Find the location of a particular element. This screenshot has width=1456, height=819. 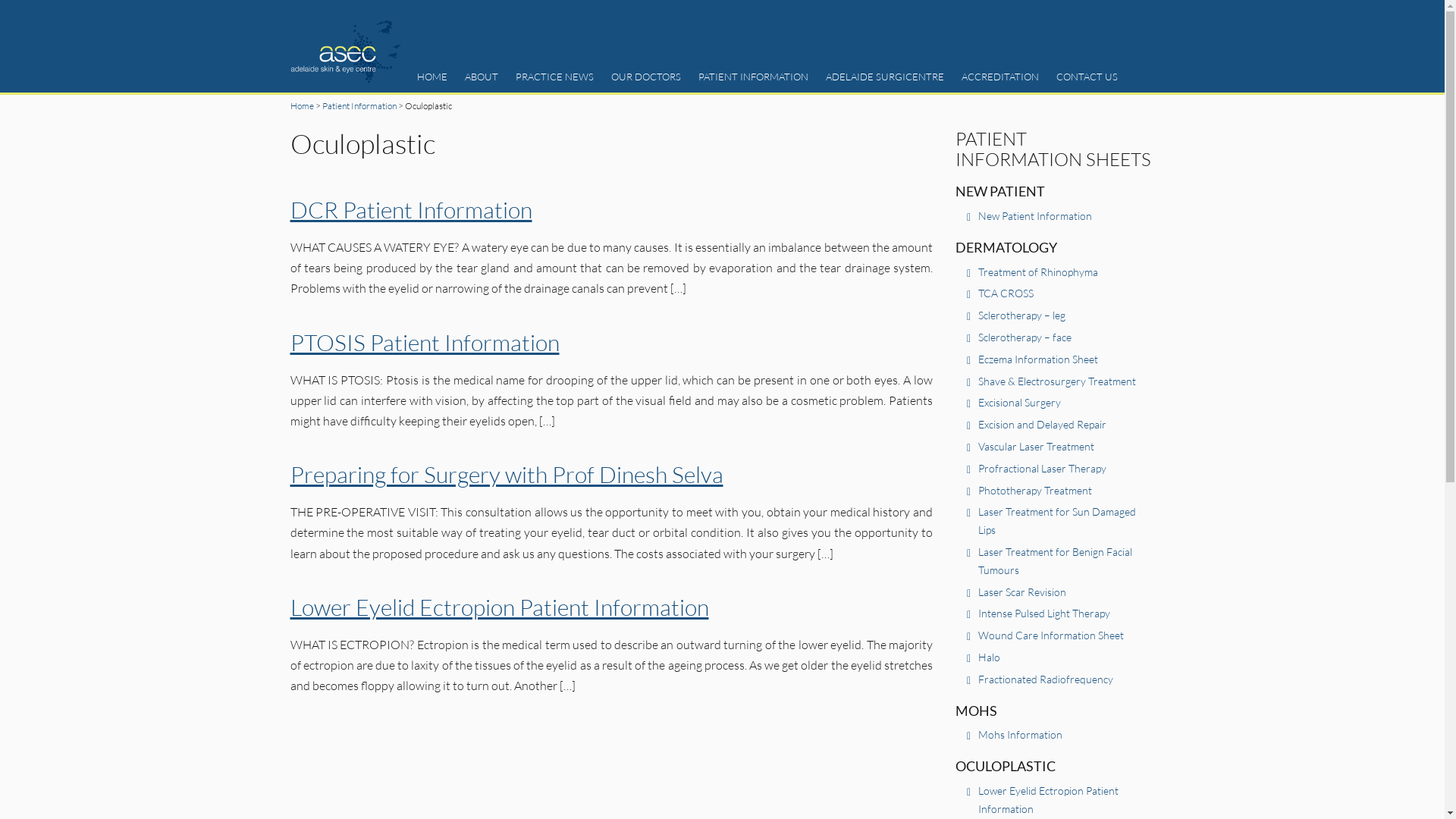

'HOME' is located at coordinates (431, 76).